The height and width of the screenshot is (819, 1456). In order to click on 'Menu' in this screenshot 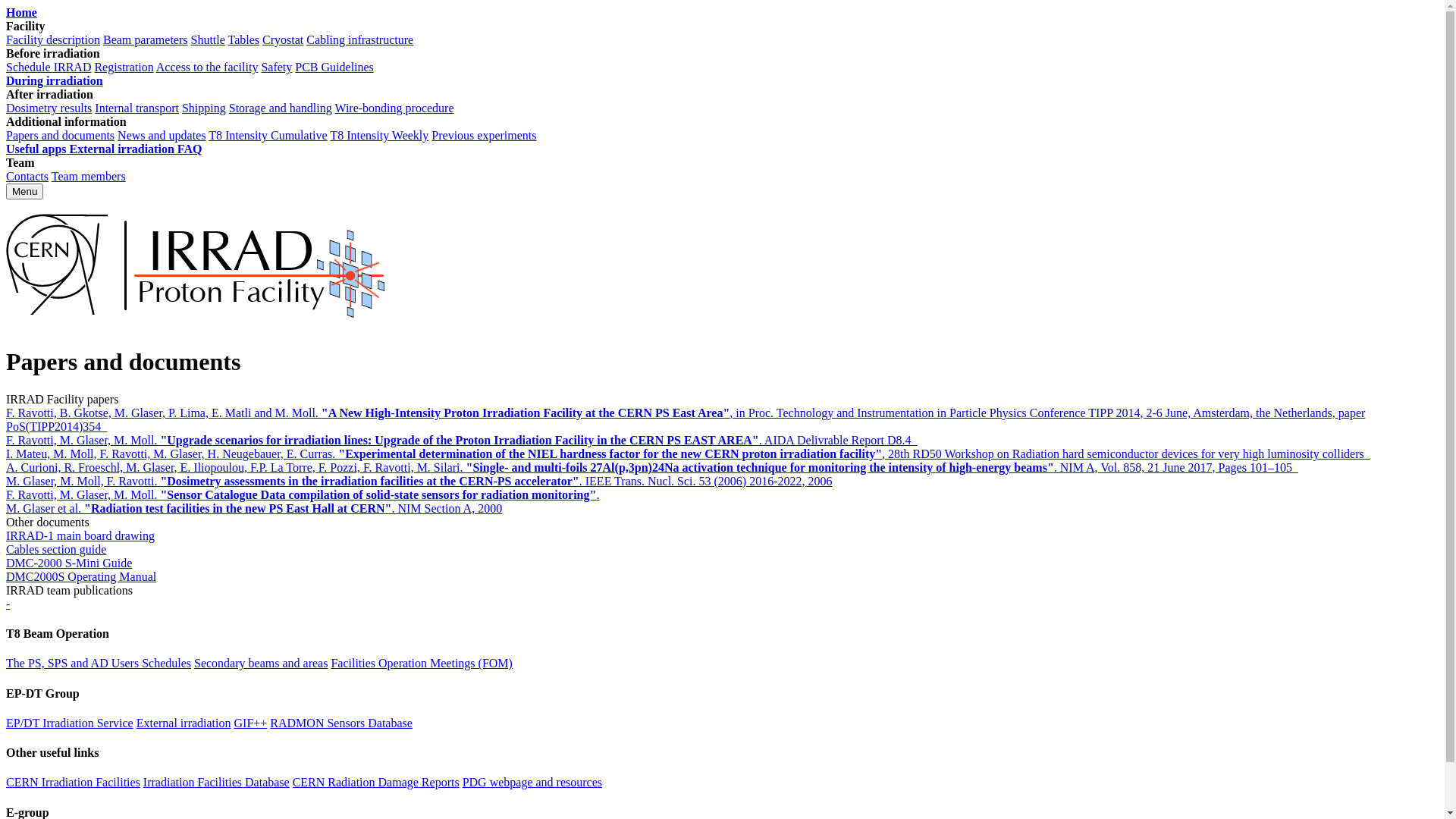, I will do `click(6, 190)`.